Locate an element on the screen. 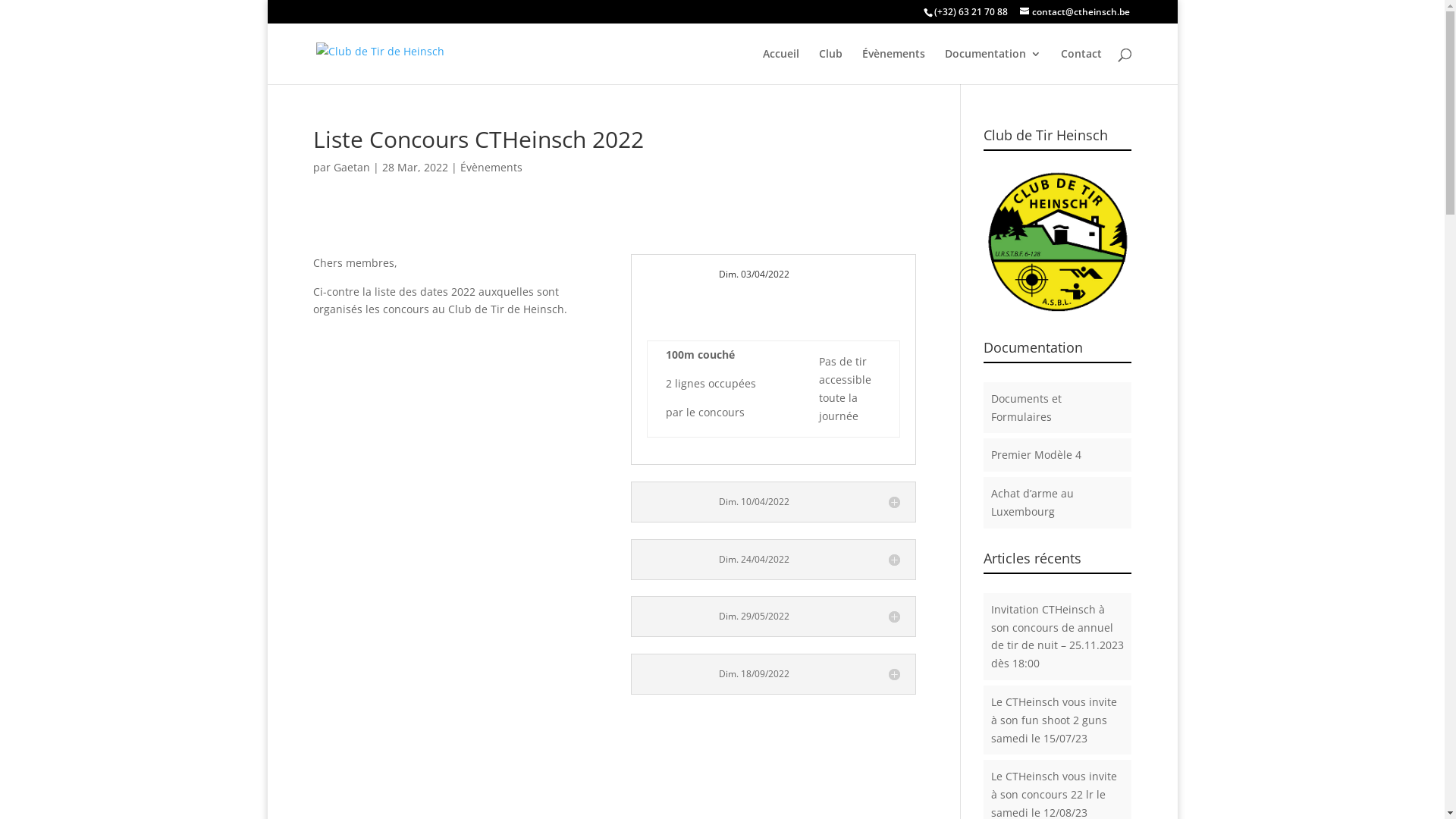 This screenshot has height=819, width=1456. 'contact@ctheinsch.be' is located at coordinates (1073, 11).